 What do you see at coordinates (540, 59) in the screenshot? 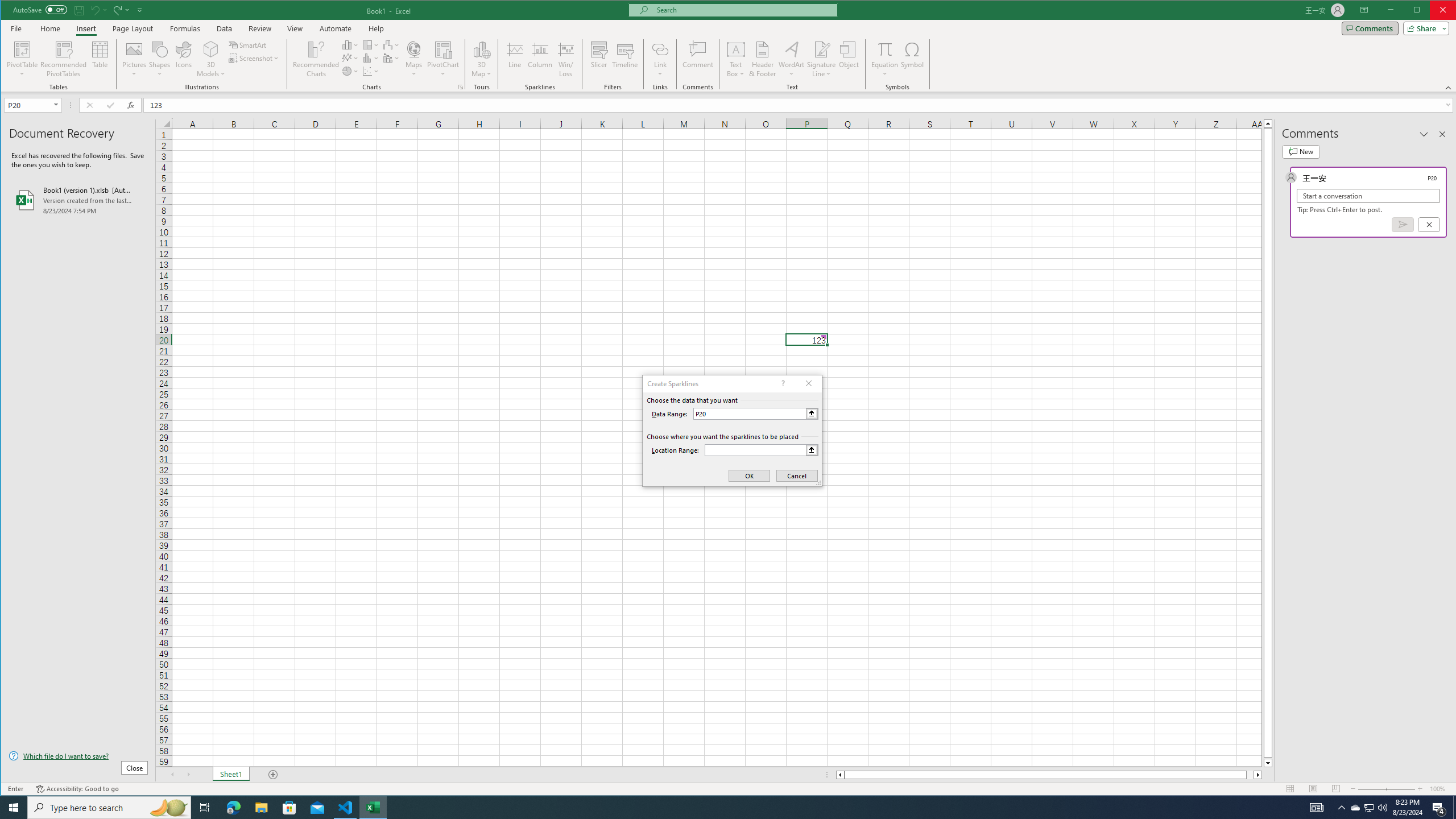
I see `'Column'` at bounding box center [540, 59].